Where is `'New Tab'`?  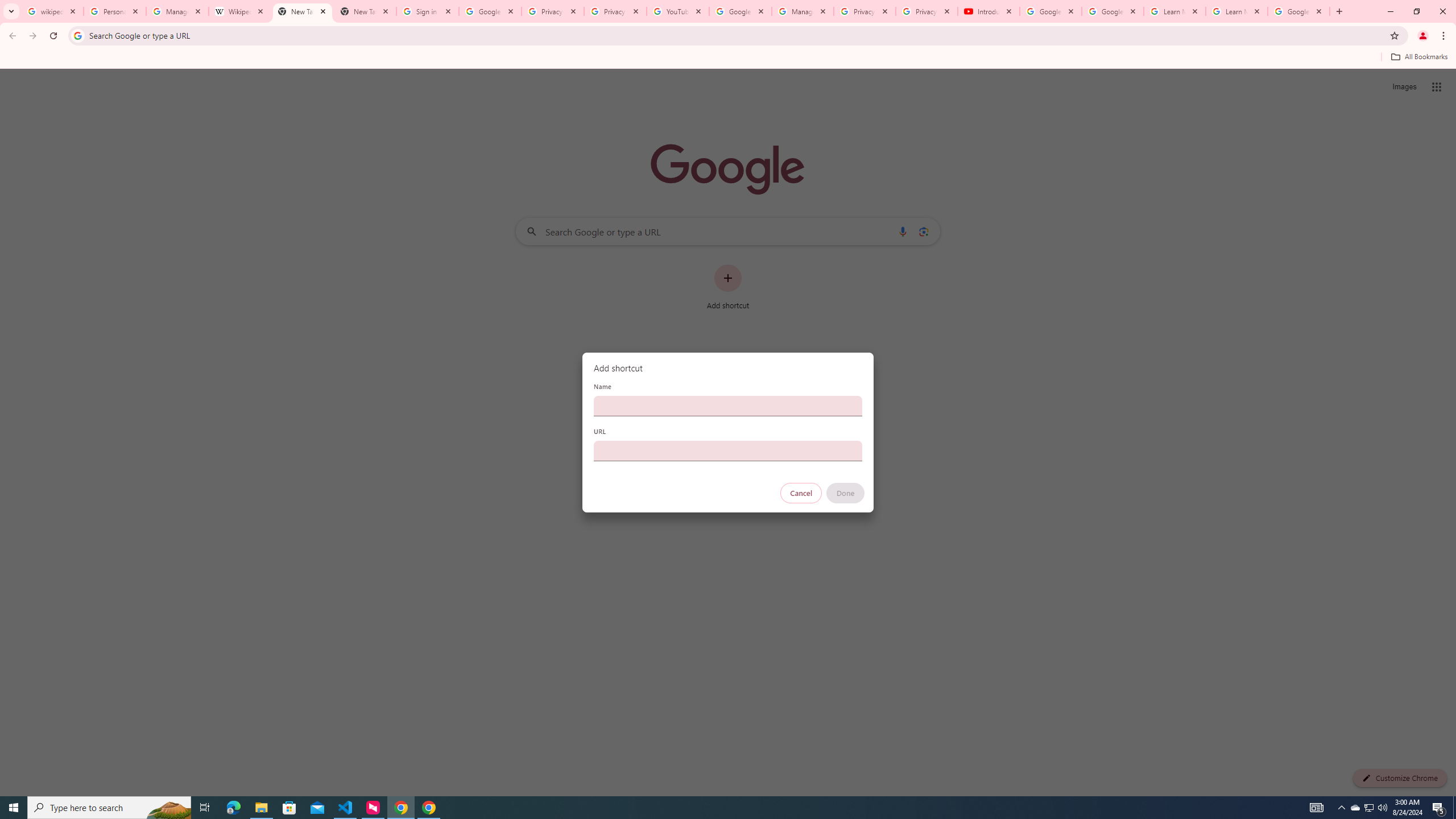 'New Tab' is located at coordinates (365, 11).